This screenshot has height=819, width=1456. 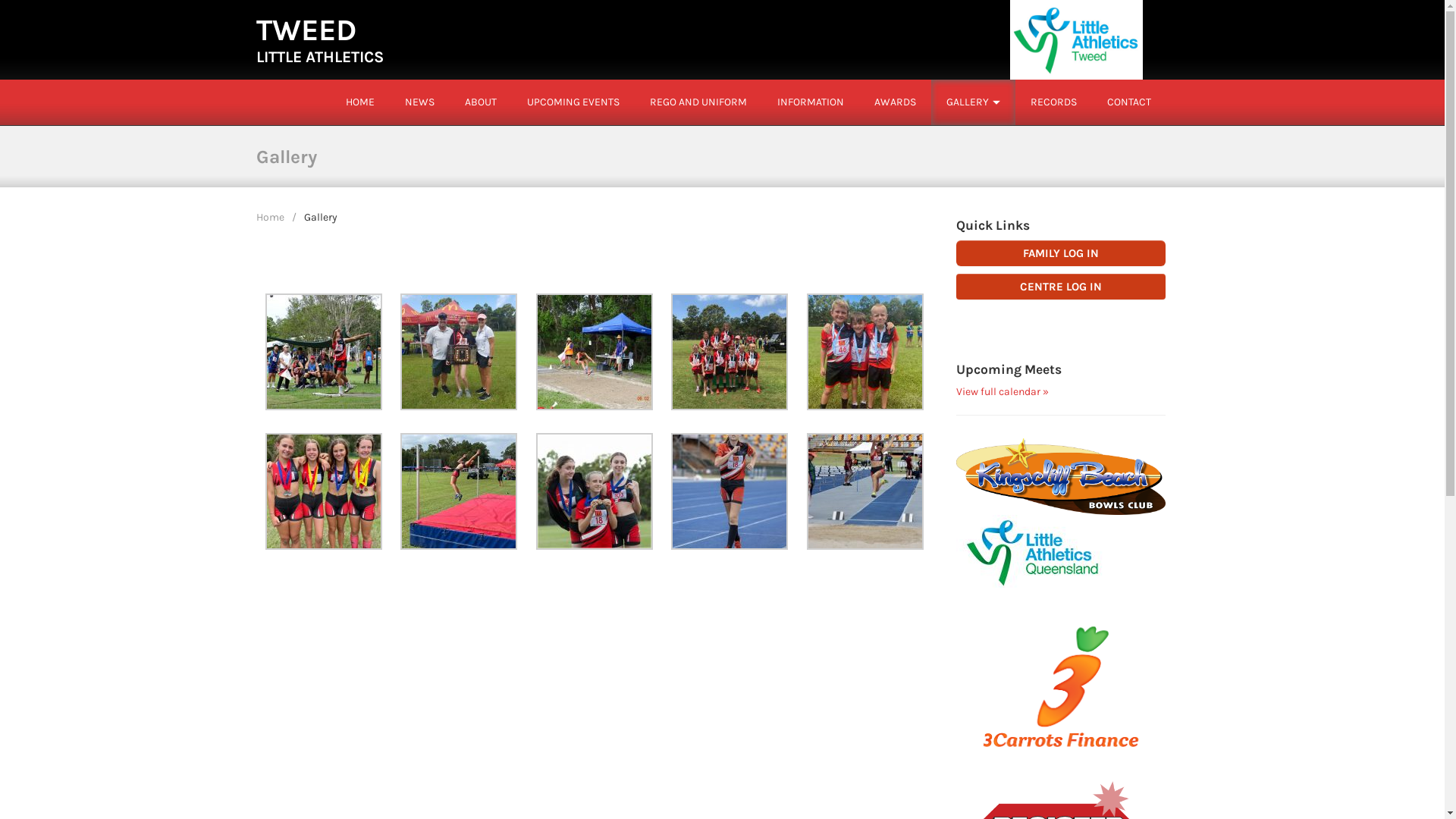 I want to click on 'FAMILY LOG IN', so click(x=1060, y=253).